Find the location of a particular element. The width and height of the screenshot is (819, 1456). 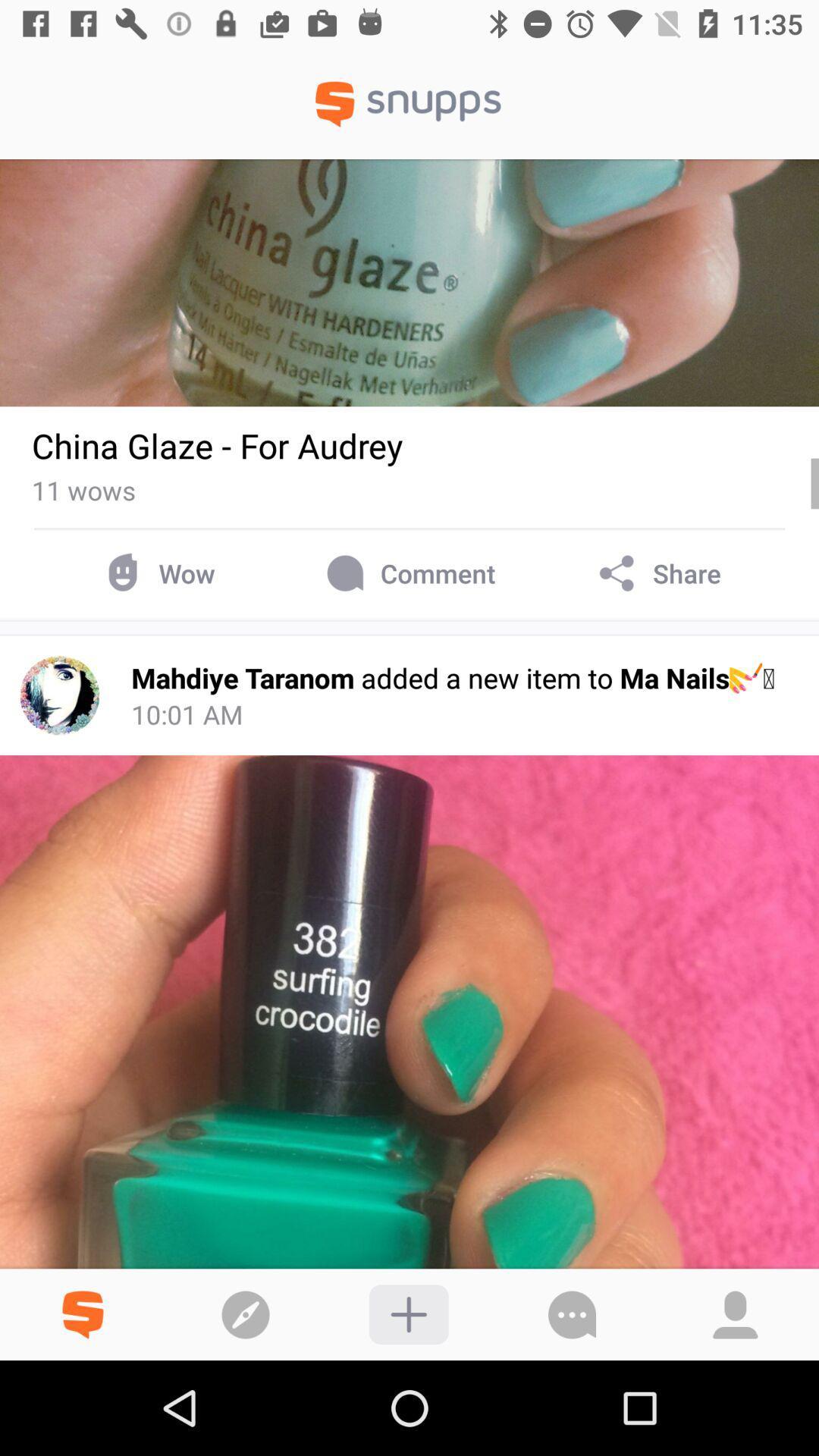

the profile icon is located at coordinates (734, 1303).